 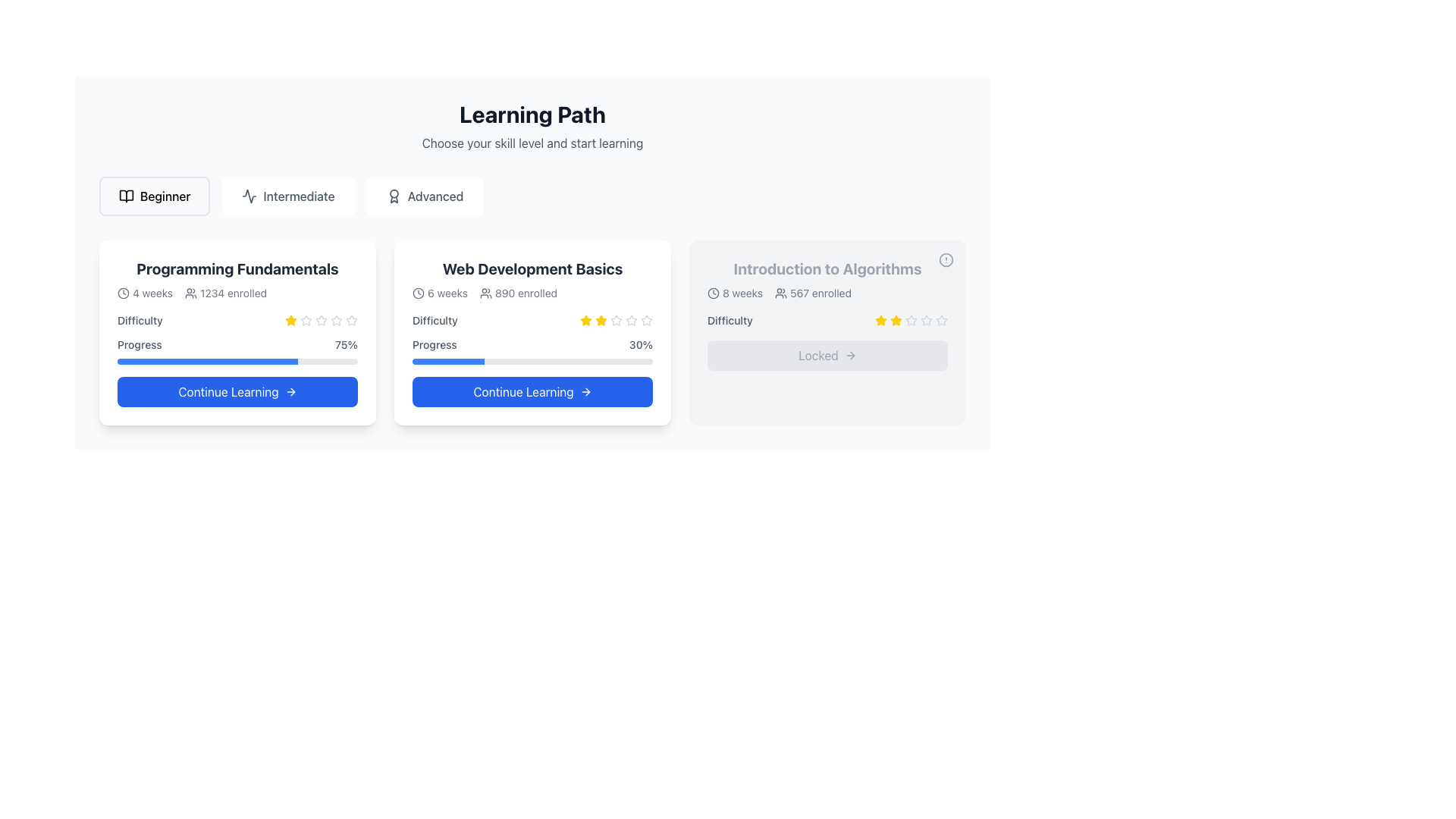 What do you see at coordinates (206, 362) in the screenshot?
I see `the progress bar indicating 75% completion within the 'Programming Fundamentals' card's 'Progress' section` at bounding box center [206, 362].